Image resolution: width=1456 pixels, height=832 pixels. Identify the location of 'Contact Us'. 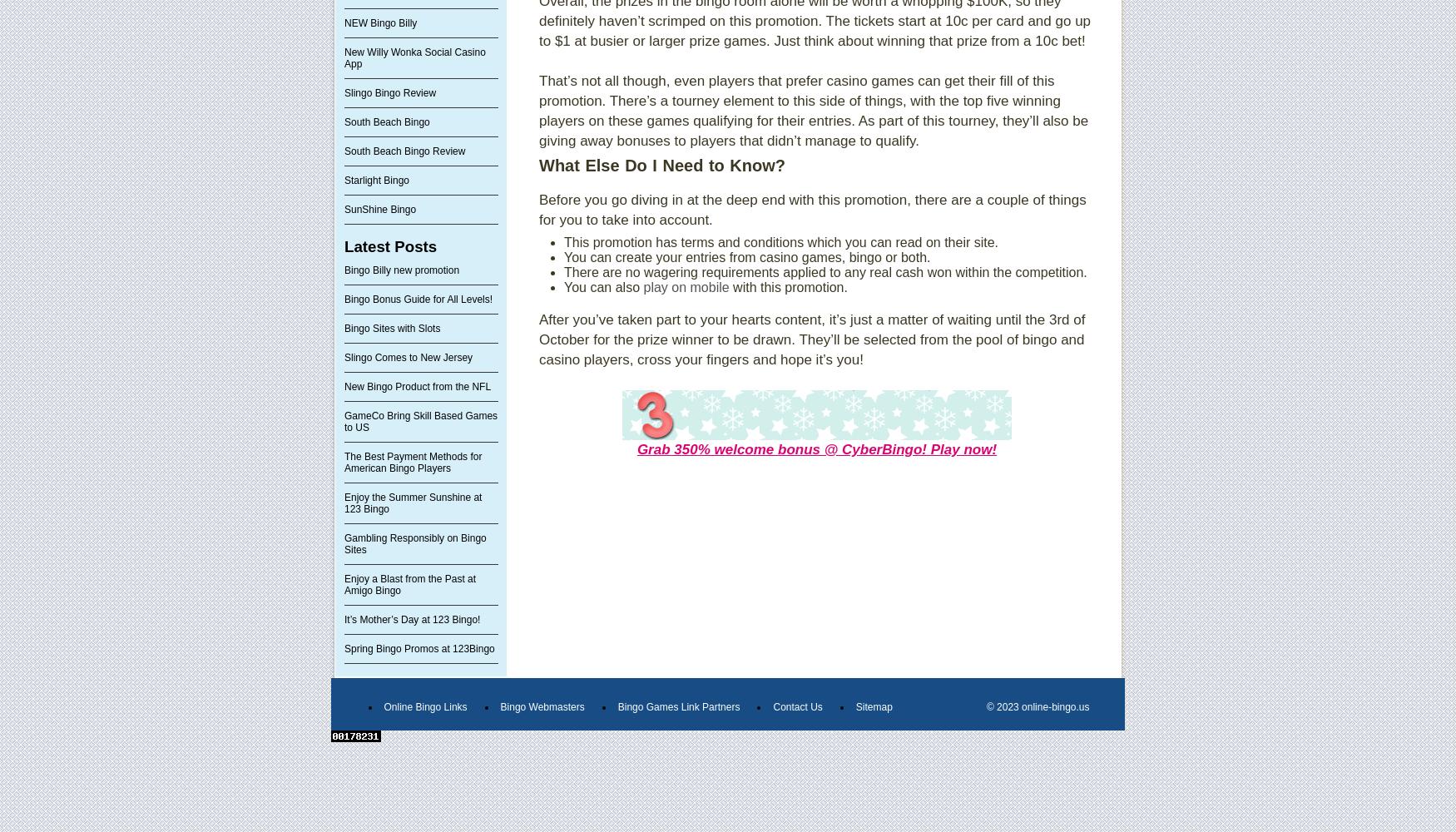
(797, 706).